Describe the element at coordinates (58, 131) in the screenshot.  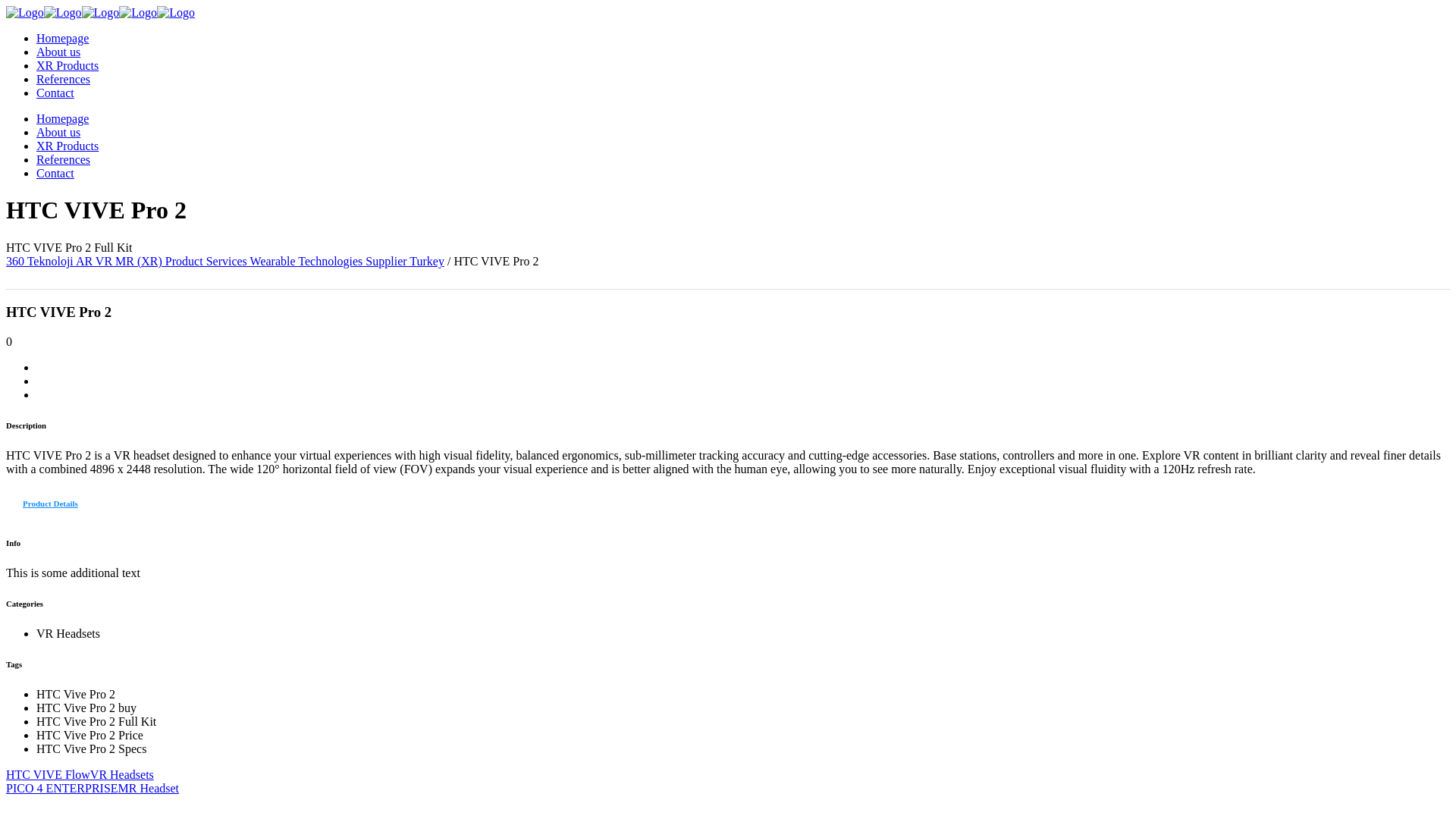
I see `'About us'` at that location.